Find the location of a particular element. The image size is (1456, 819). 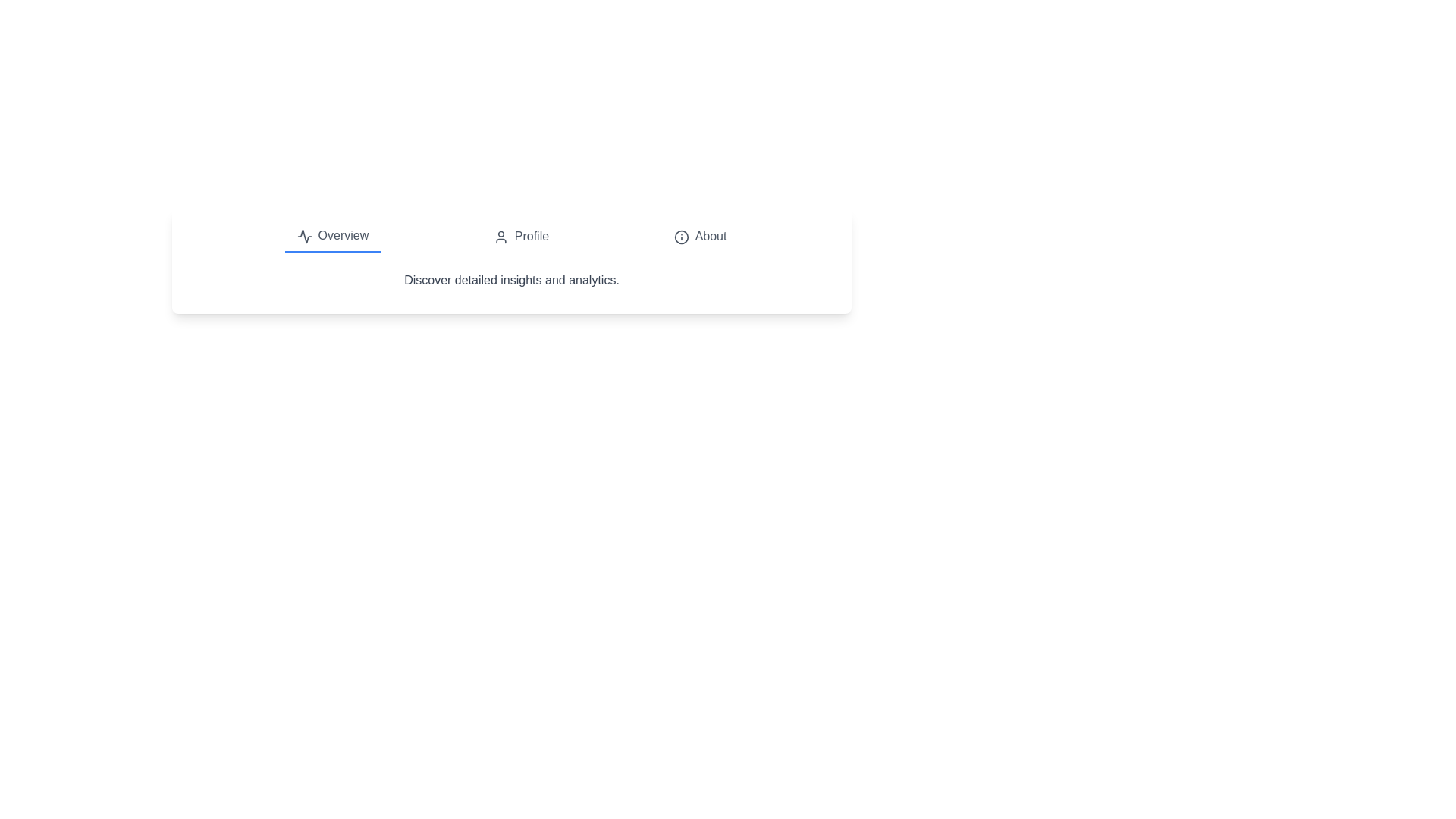

the tab labeled About is located at coordinates (699, 237).